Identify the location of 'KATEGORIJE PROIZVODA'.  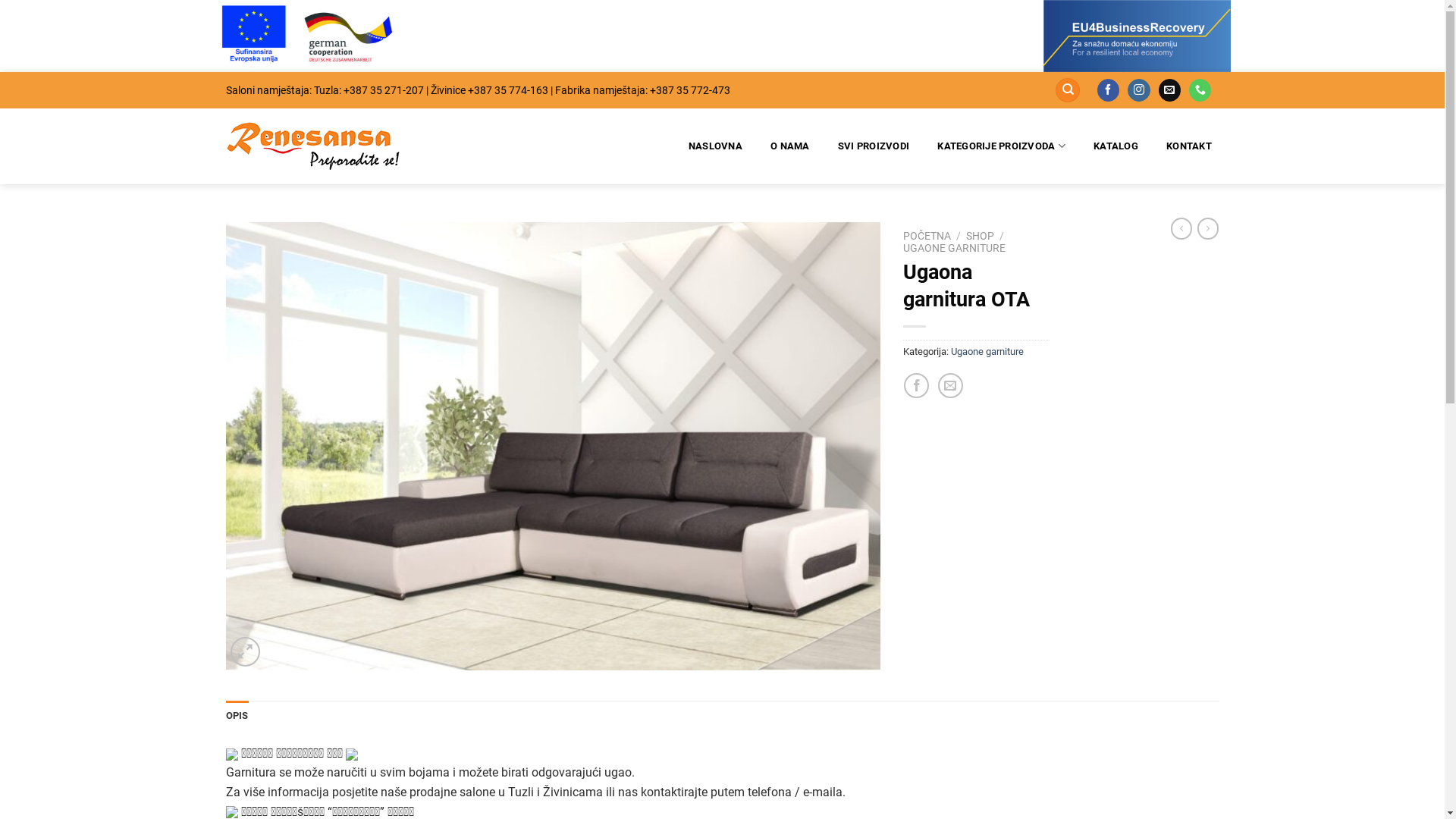
(1001, 146).